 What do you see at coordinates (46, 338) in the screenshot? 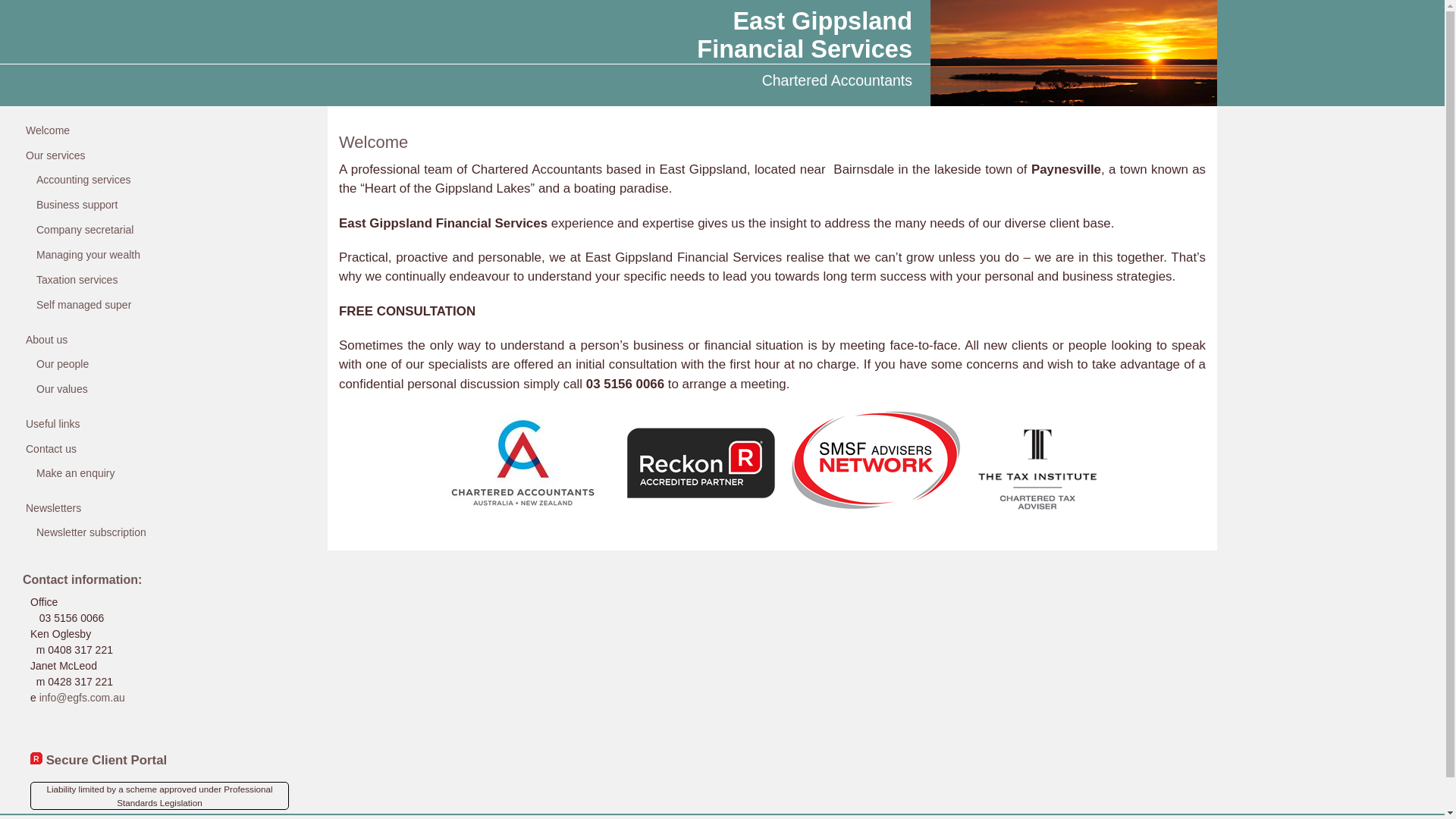
I see `'About us'` at bounding box center [46, 338].